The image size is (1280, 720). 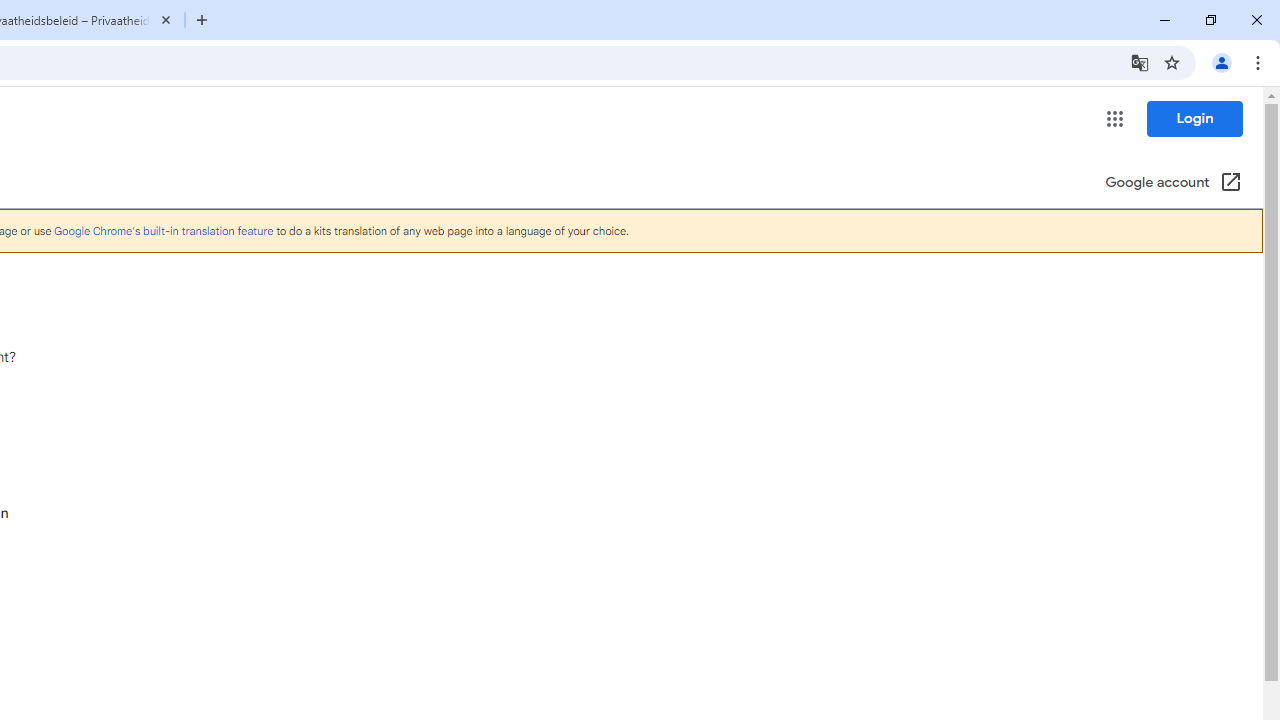 I want to click on 'Google Account (Opens in new window)', so click(x=1173, y=183).